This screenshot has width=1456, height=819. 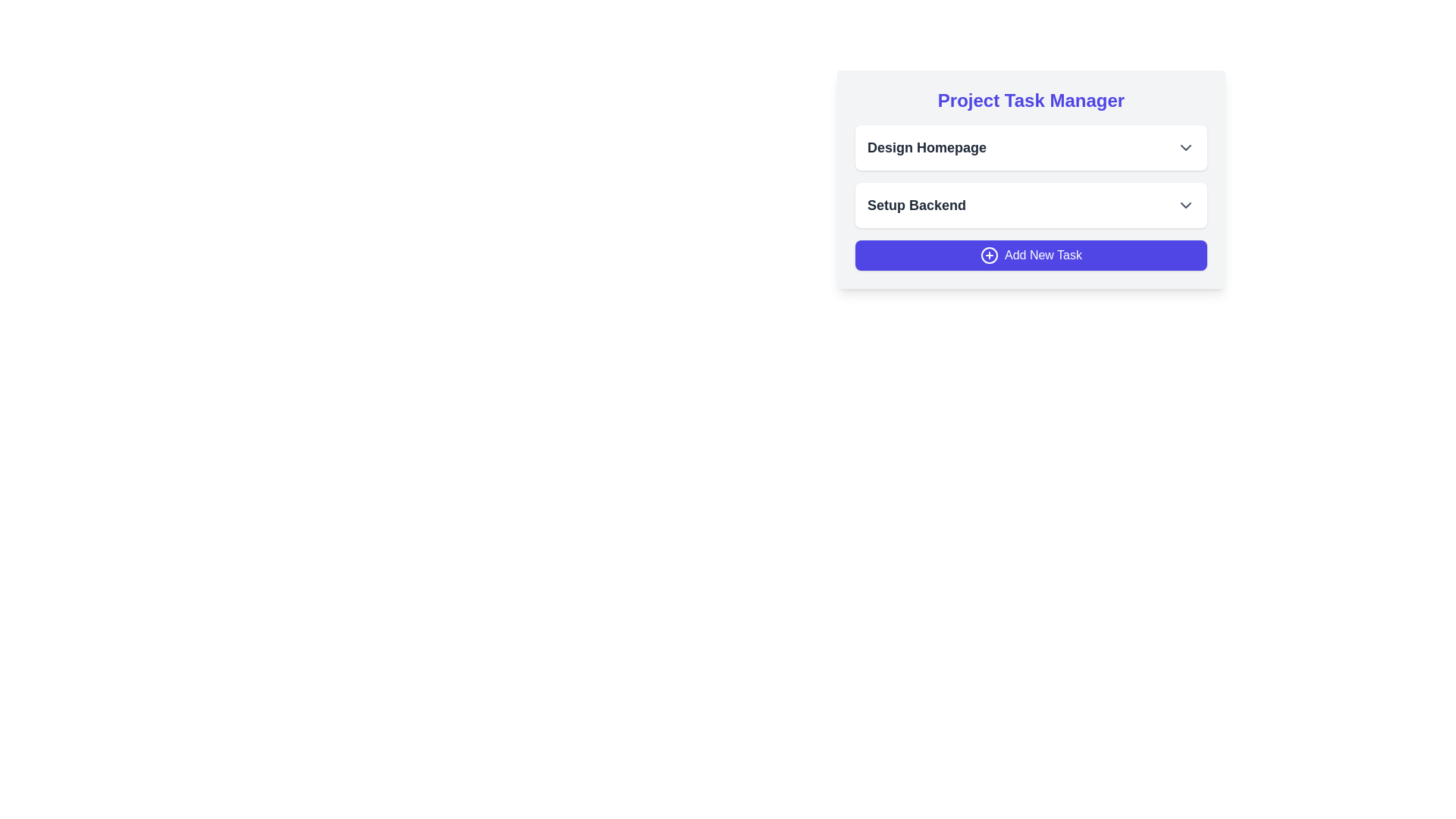 I want to click on the icon button for adding a new task located within the 'Add New Task' button in the 'Project Task Manager' interface to receive potential visual feedback, so click(x=990, y=254).